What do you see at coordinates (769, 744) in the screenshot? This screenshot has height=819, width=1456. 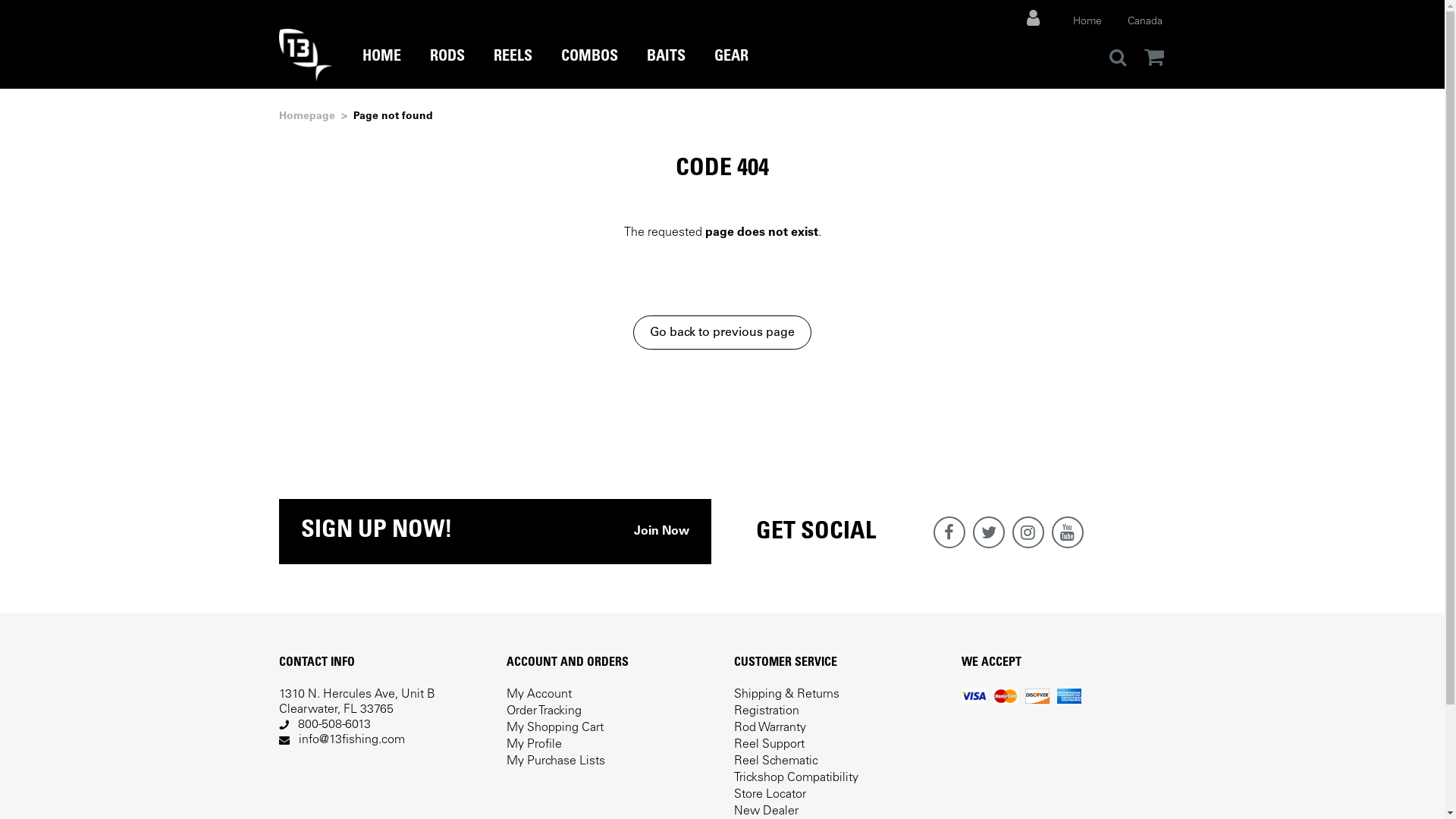 I see `'Reel Support'` at bounding box center [769, 744].